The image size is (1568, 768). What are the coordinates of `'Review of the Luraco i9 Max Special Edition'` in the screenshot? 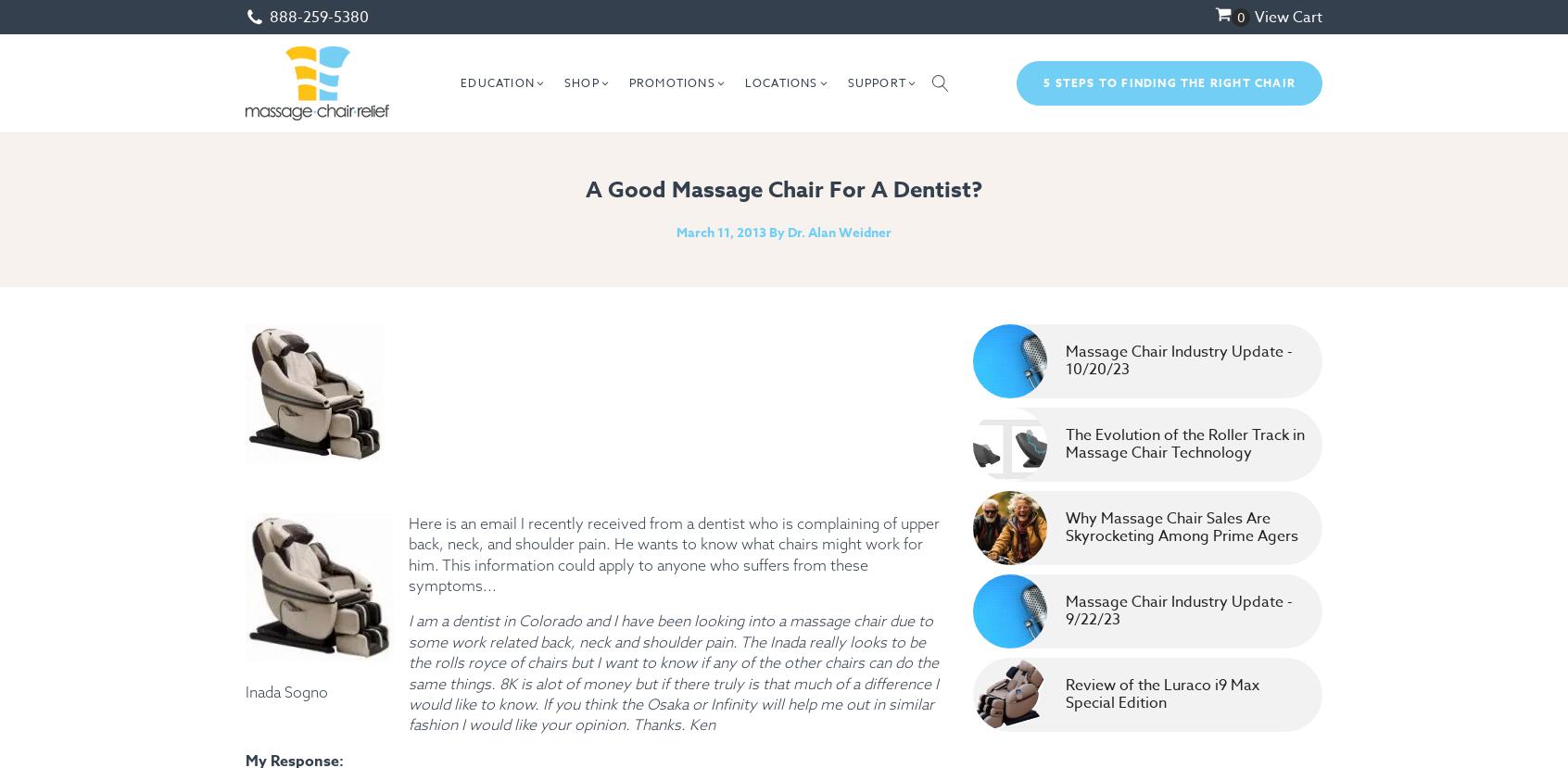 It's located at (1162, 692).